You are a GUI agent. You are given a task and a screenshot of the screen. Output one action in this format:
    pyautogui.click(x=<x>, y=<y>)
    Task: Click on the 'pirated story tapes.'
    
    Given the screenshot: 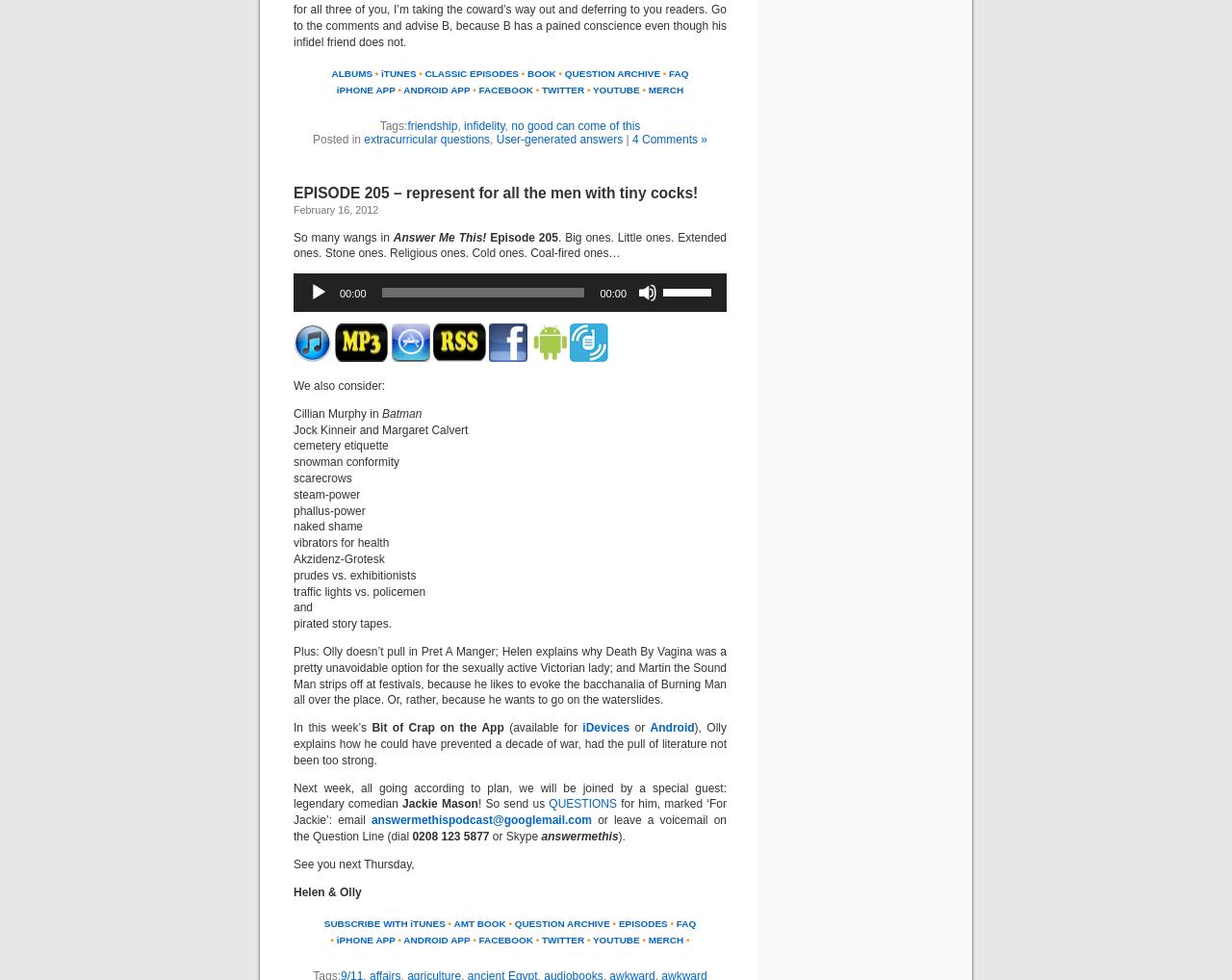 What is the action you would take?
    pyautogui.click(x=342, y=622)
    